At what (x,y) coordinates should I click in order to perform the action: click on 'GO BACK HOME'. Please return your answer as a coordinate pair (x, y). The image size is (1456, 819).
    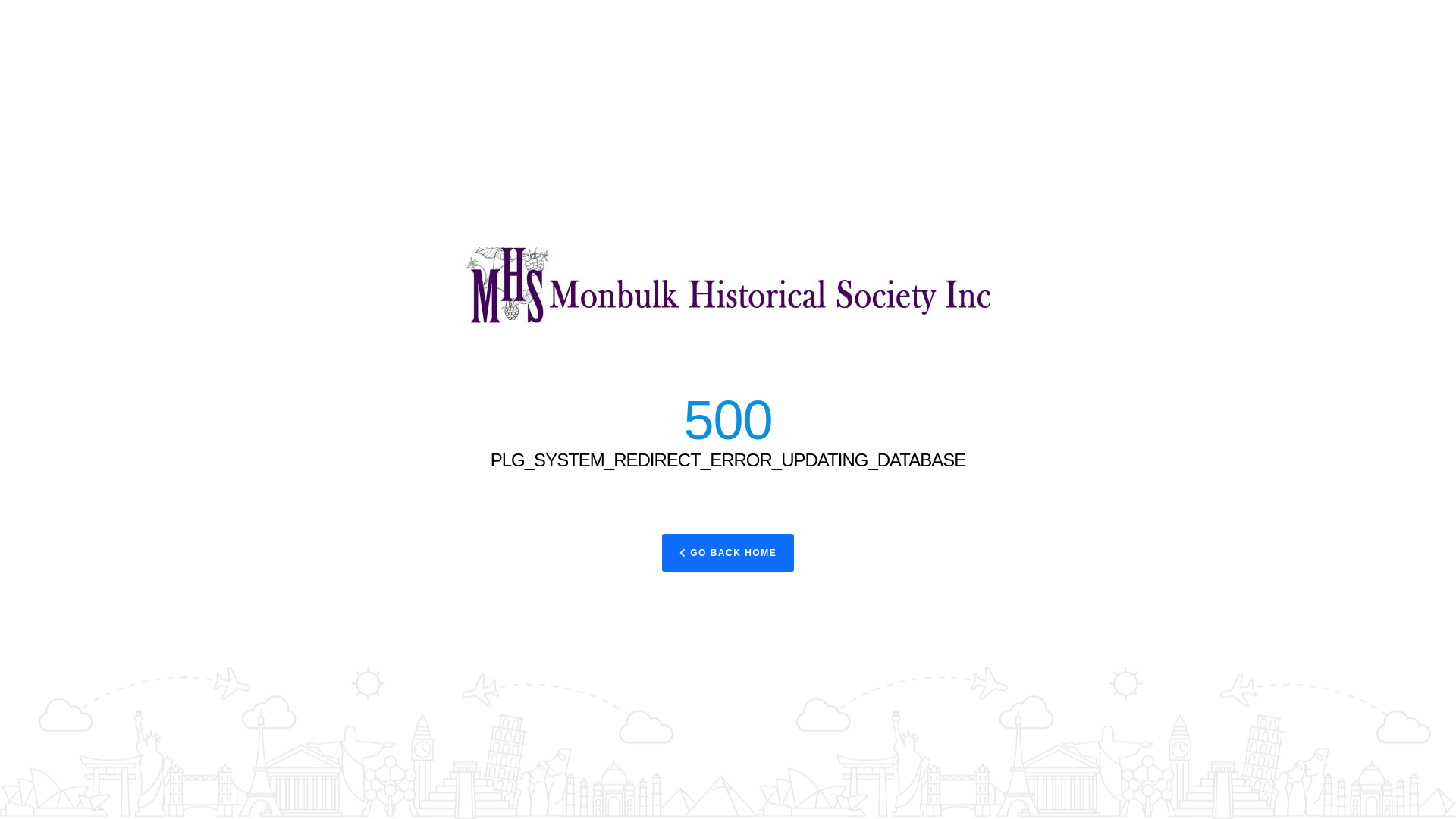
    Looking at the image, I should click on (728, 553).